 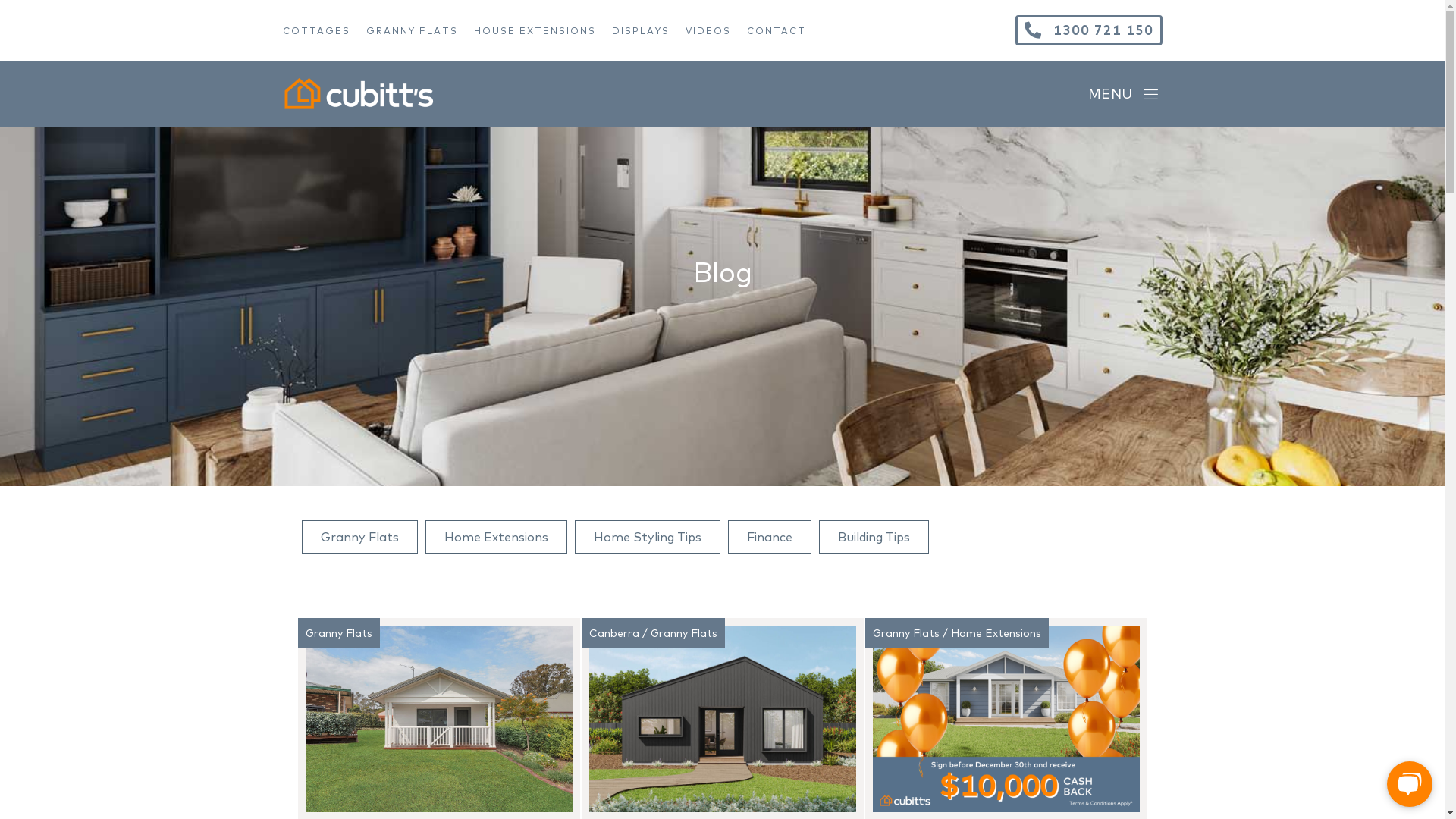 What do you see at coordinates (472, 30) in the screenshot?
I see `'HOUSE EXTENSIONS'` at bounding box center [472, 30].